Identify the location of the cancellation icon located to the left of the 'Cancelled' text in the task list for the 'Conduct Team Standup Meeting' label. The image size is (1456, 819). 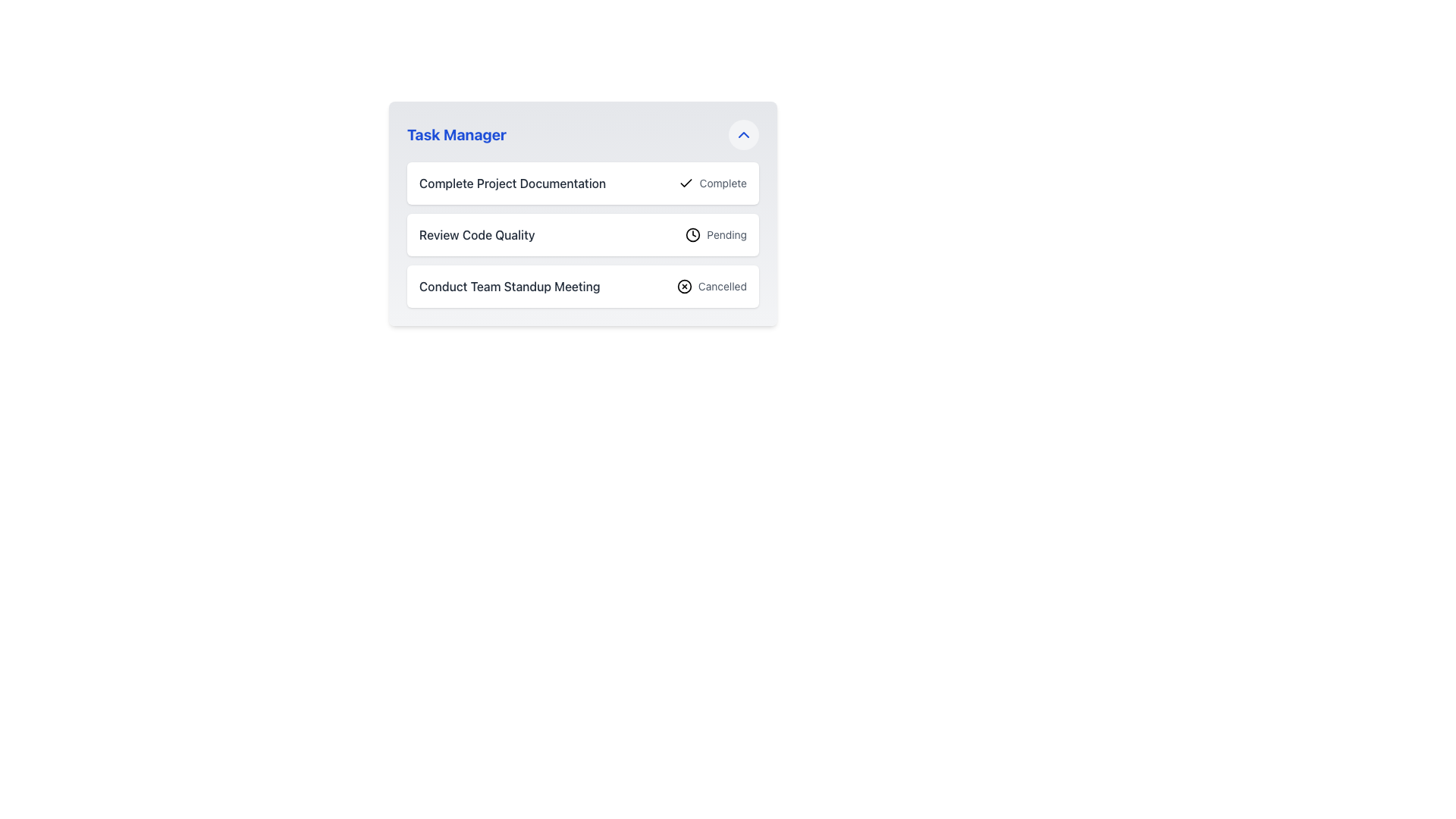
(683, 287).